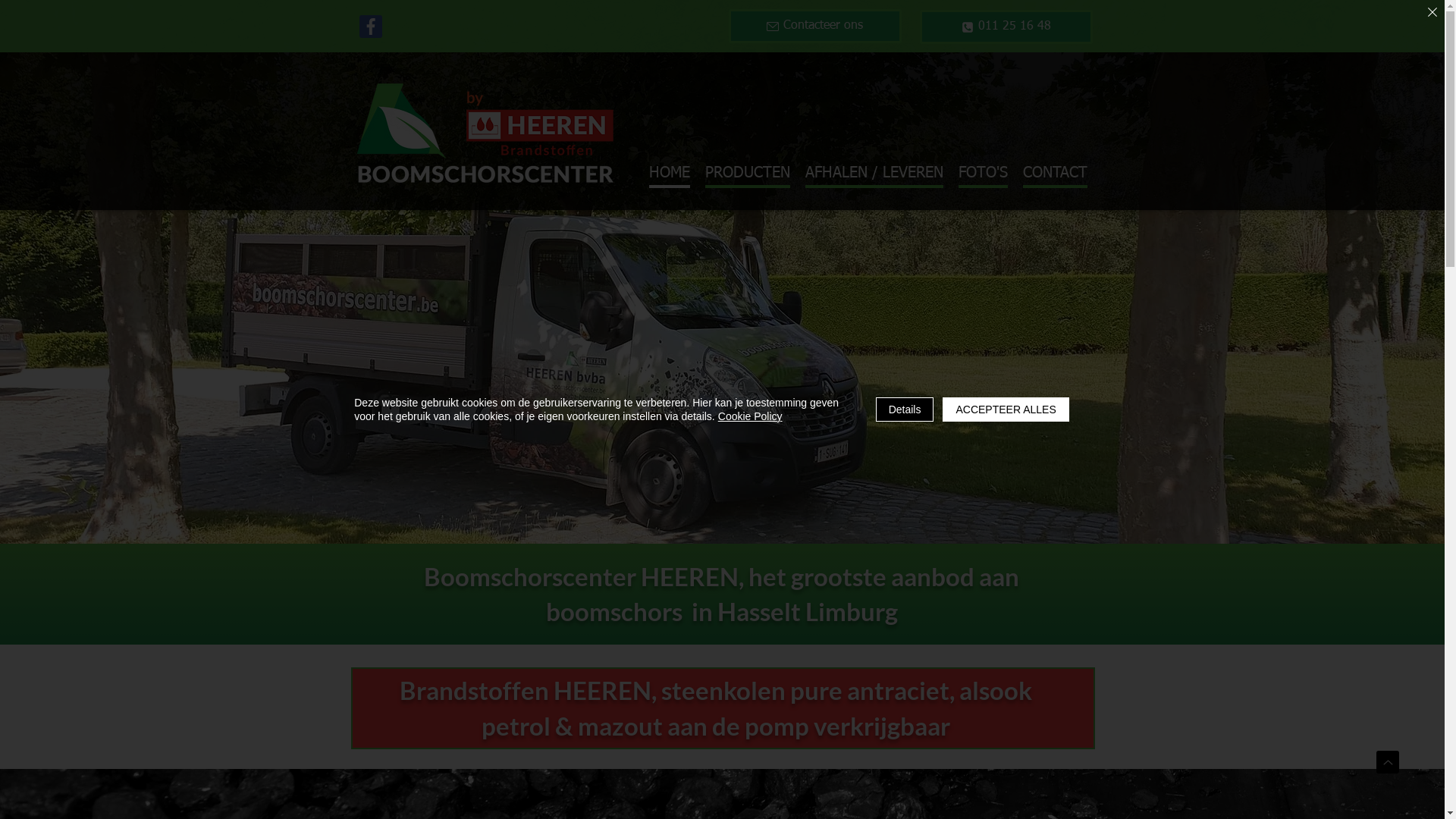 The image size is (1456, 819). I want to click on 'PRODUCTEN', so click(747, 174).